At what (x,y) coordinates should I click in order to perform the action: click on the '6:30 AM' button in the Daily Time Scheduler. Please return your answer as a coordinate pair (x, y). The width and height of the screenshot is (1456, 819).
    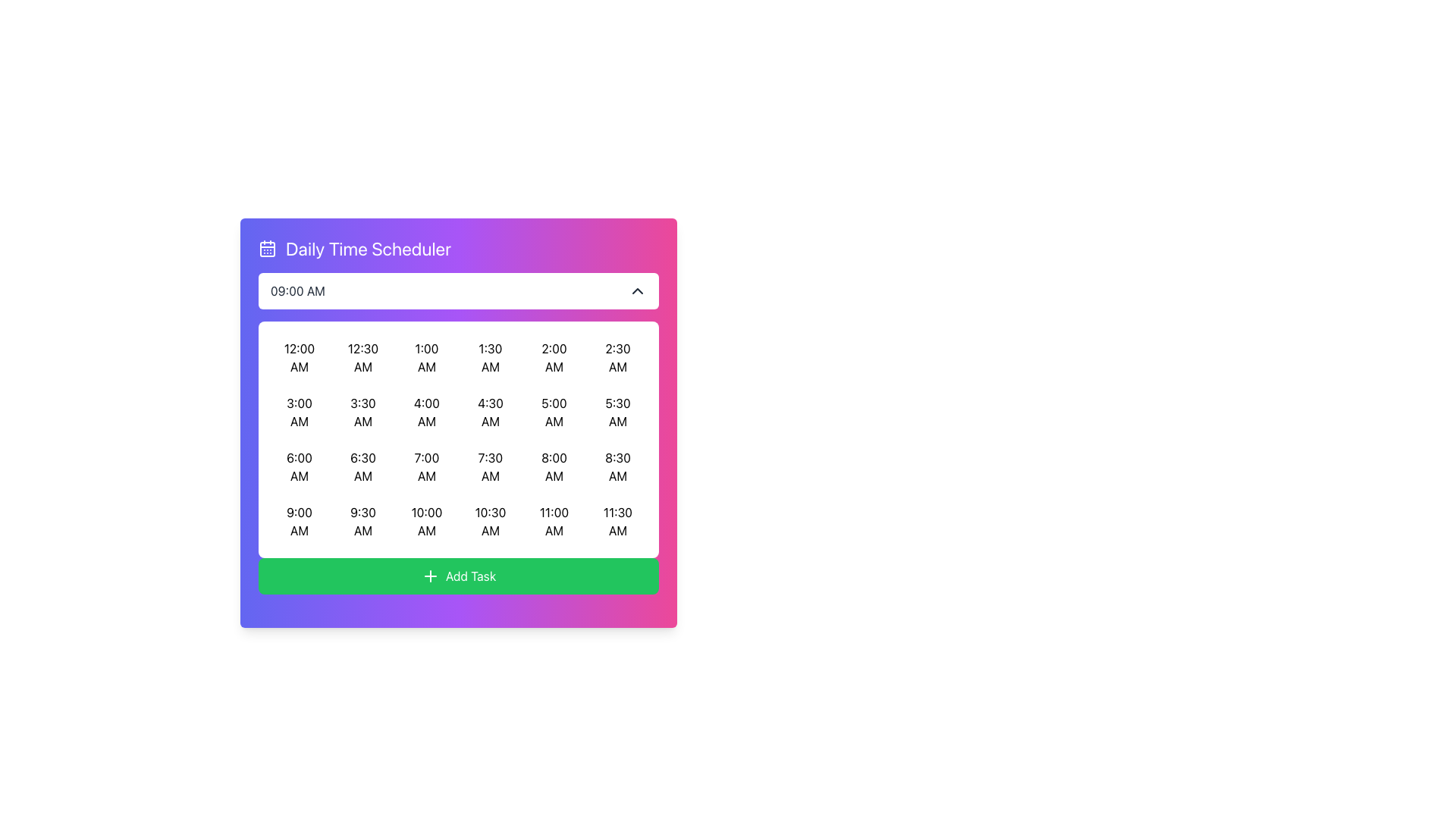
    Looking at the image, I should click on (362, 466).